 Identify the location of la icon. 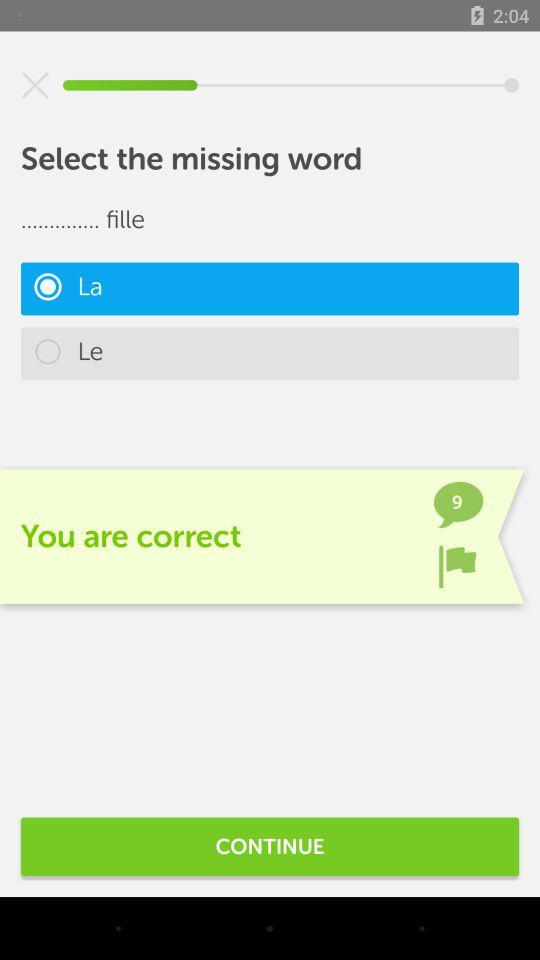
(270, 287).